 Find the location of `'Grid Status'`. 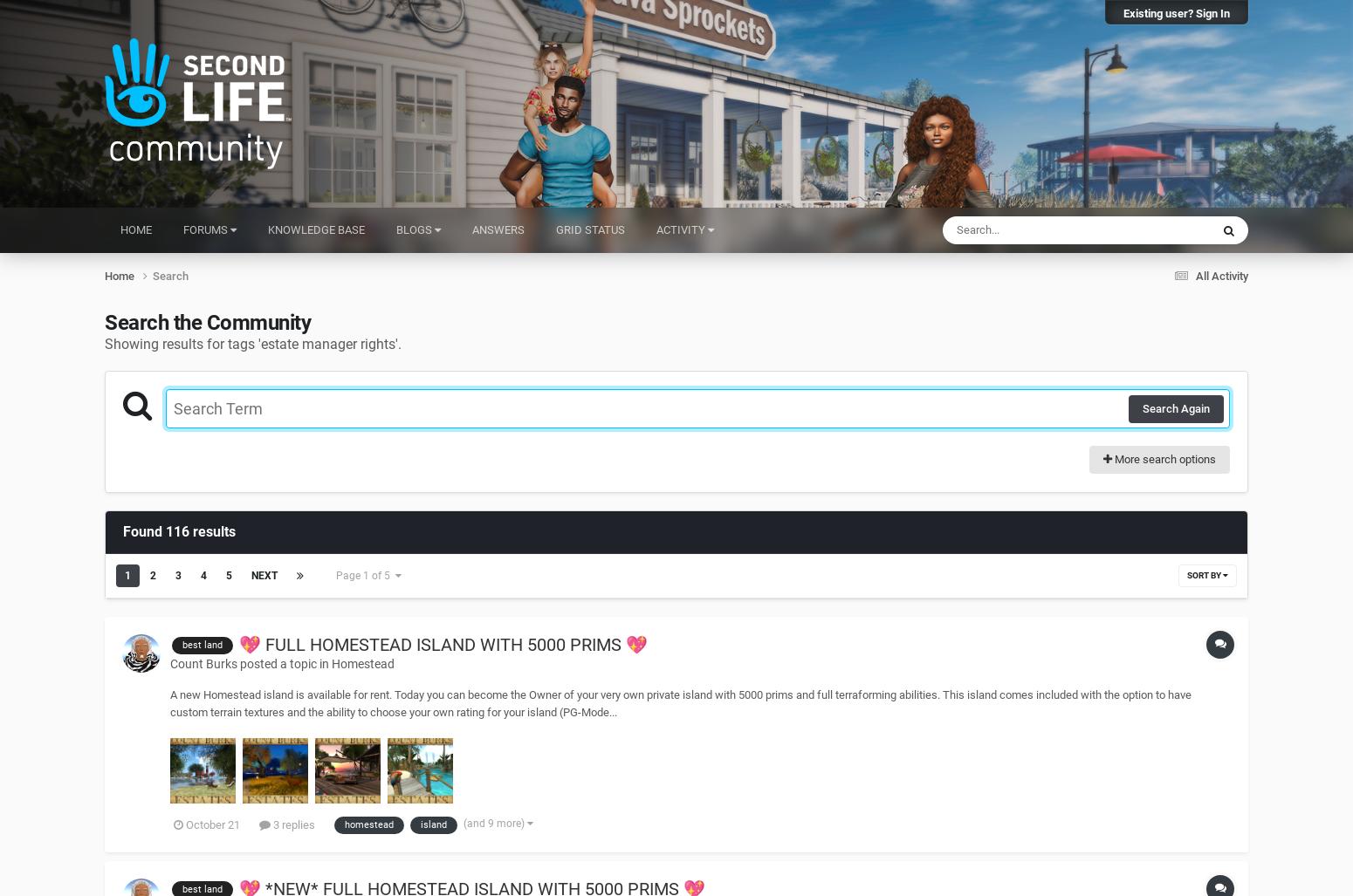

'Grid Status' is located at coordinates (555, 229).